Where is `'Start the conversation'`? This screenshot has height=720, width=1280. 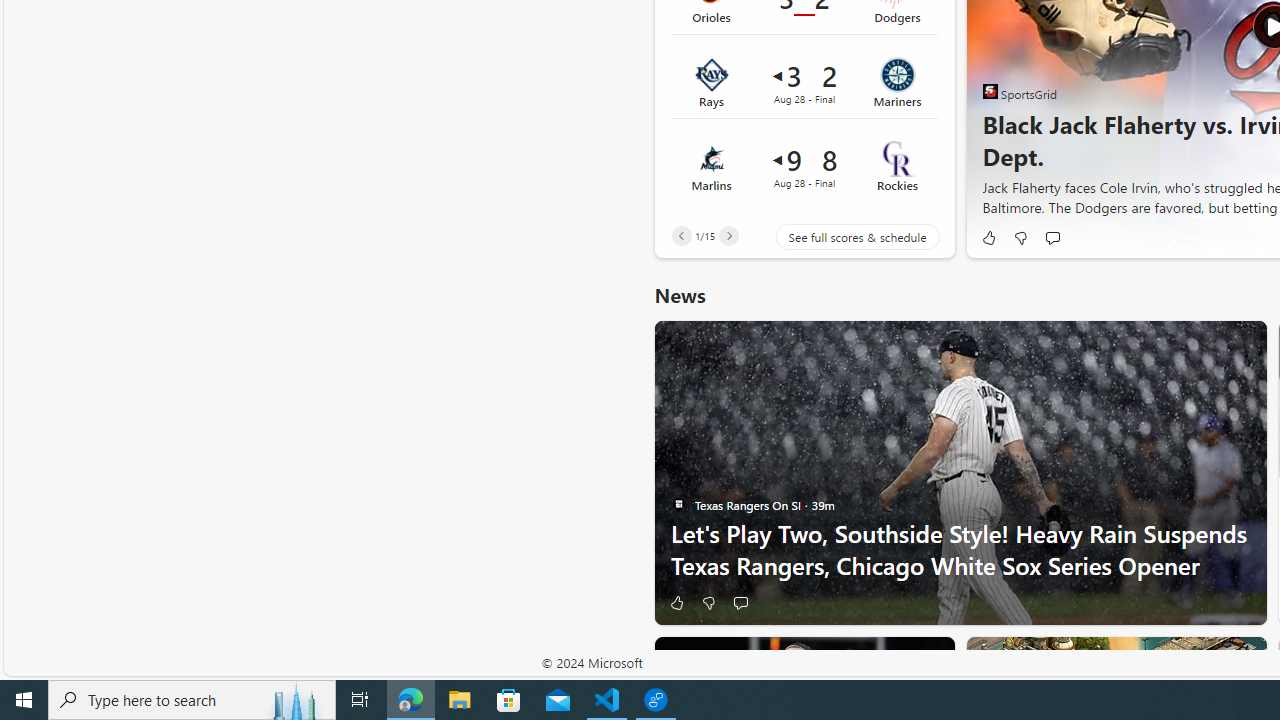 'Start the conversation' is located at coordinates (739, 601).